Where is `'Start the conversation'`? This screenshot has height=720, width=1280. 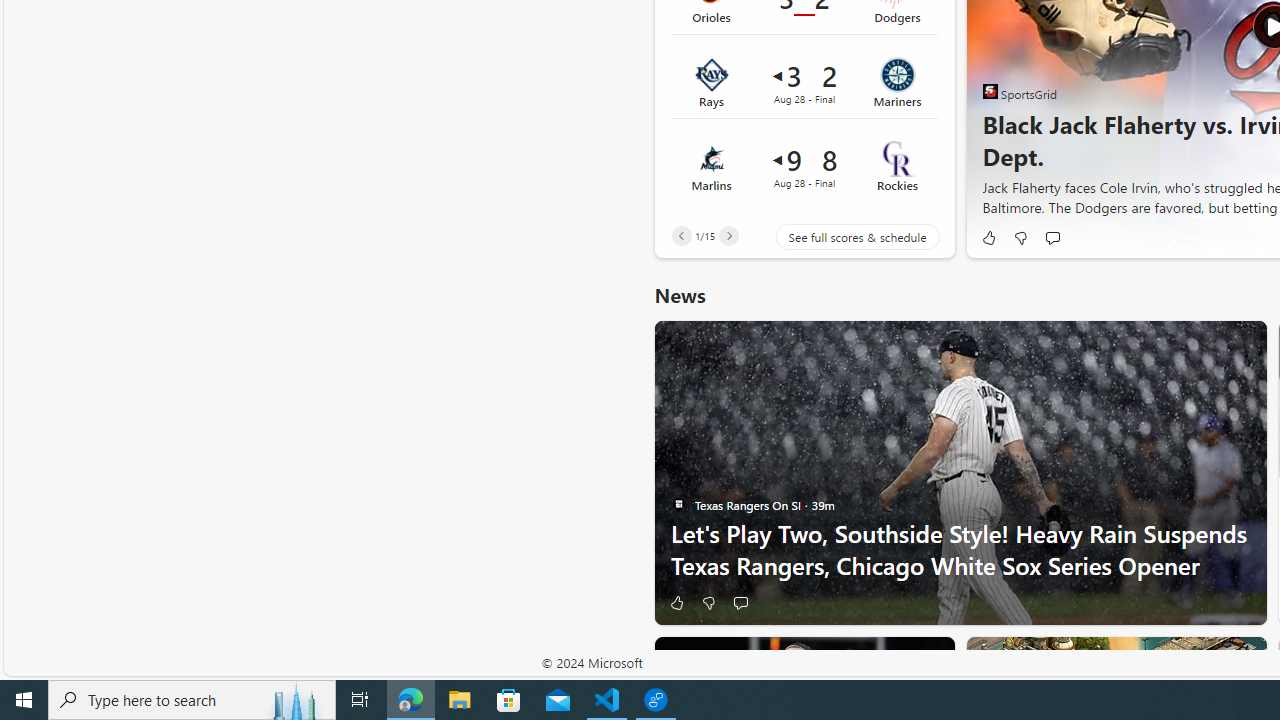 'Start the conversation' is located at coordinates (739, 601).